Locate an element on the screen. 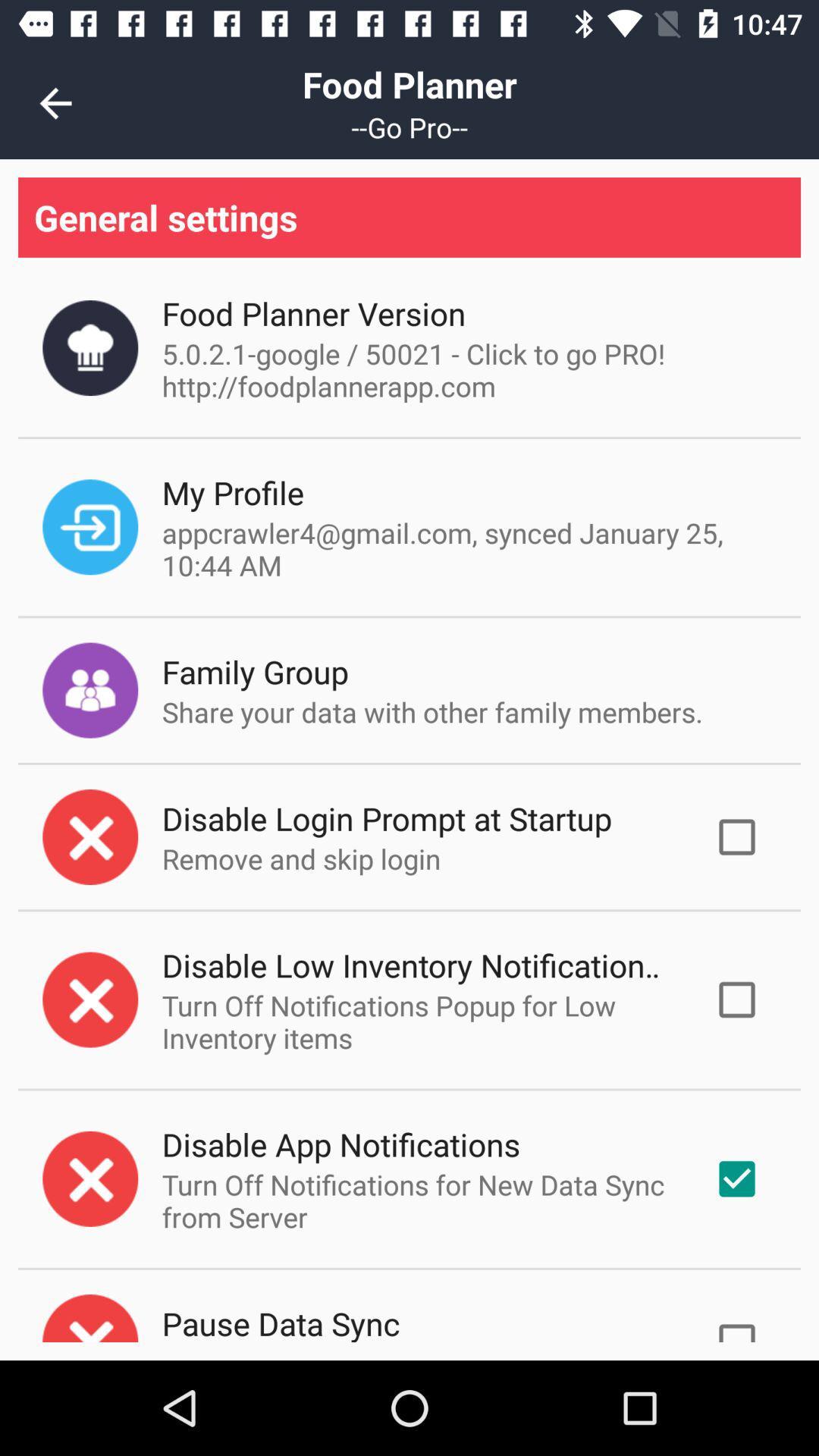 The image size is (819, 1456). the icon to the left of the food planner item is located at coordinates (55, 102).